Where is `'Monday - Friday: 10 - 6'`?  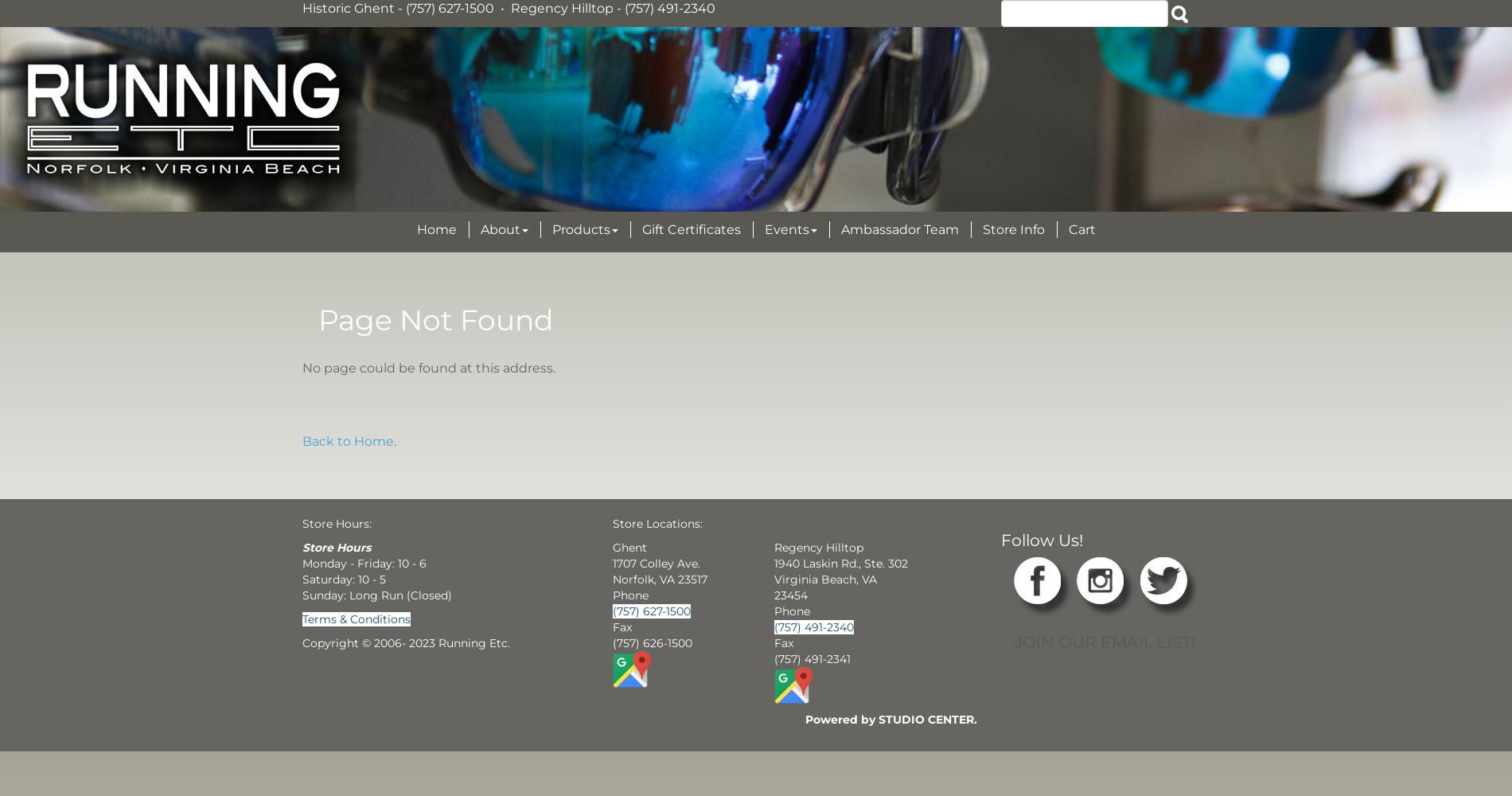
'Monday - Friday: 10 - 6' is located at coordinates (302, 562).